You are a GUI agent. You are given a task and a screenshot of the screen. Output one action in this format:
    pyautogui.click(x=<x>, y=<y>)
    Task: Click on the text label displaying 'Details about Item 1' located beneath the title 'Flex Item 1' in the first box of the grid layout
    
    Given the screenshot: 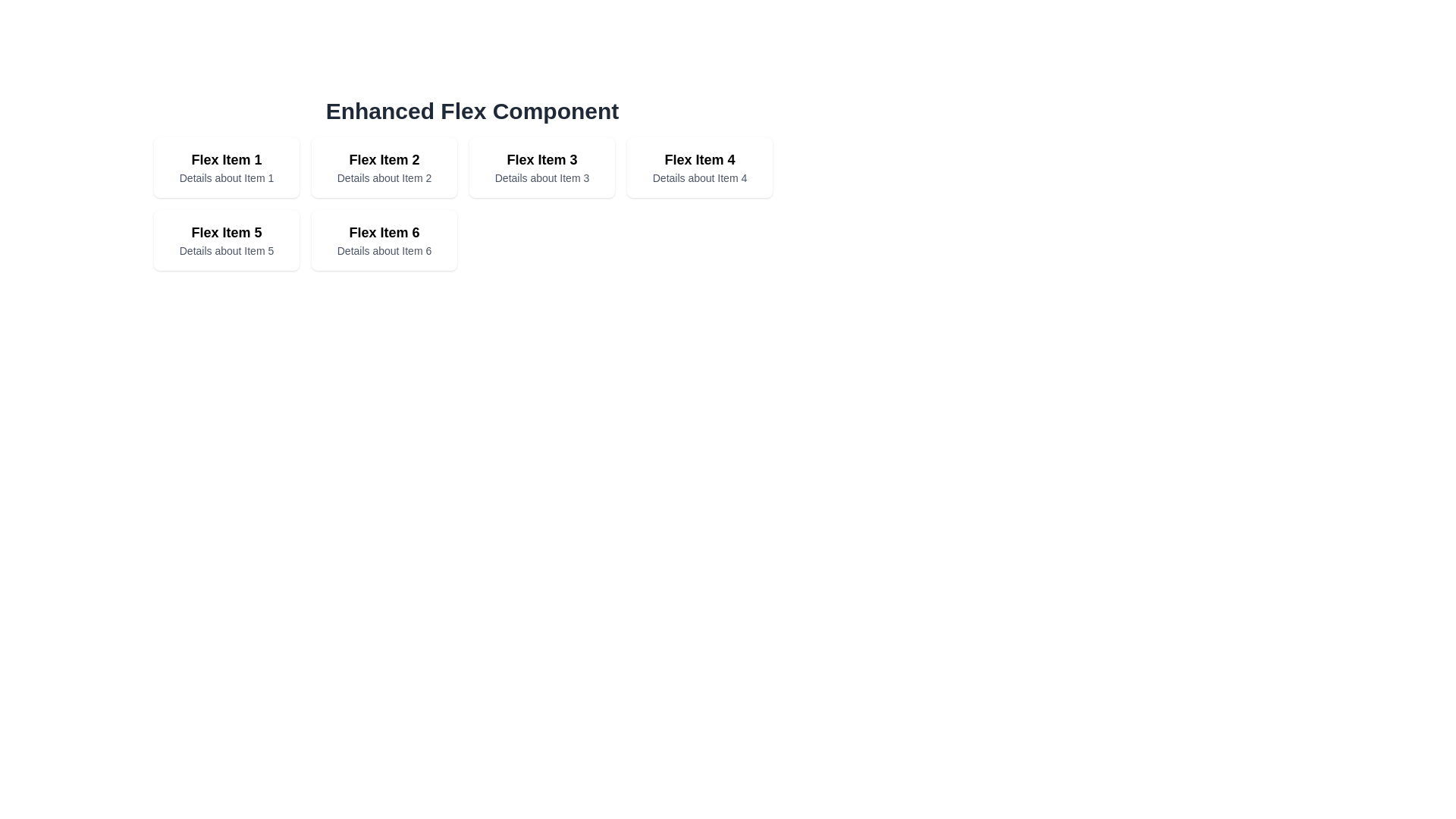 What is the action you would take?
    pyautogui.click(x=225, y=177)
    